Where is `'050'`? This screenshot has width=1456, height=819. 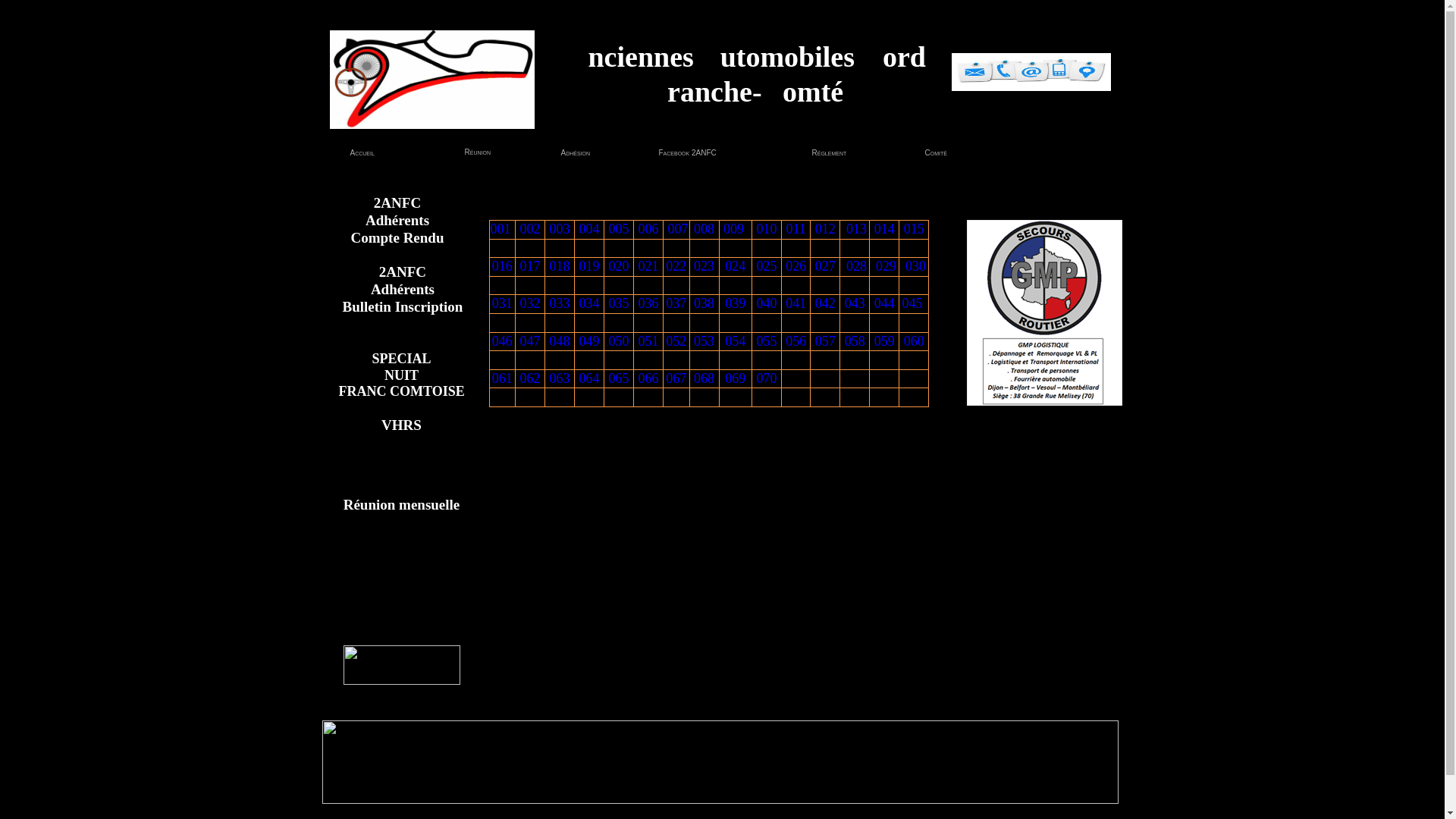
'050' is located at coordinates (618, 341).